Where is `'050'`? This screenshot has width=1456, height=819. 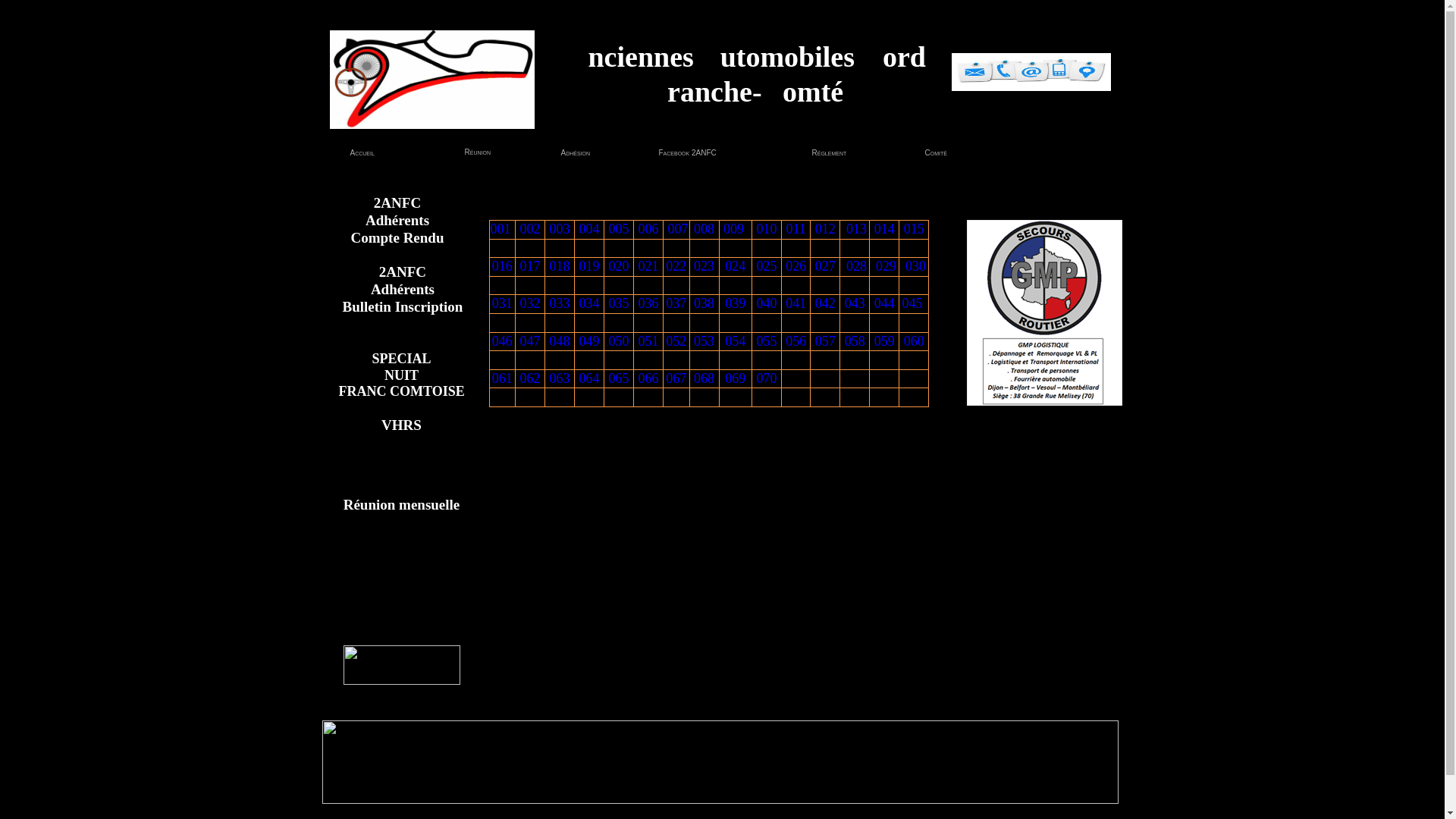
'050' is located at coordinates (618, 341).